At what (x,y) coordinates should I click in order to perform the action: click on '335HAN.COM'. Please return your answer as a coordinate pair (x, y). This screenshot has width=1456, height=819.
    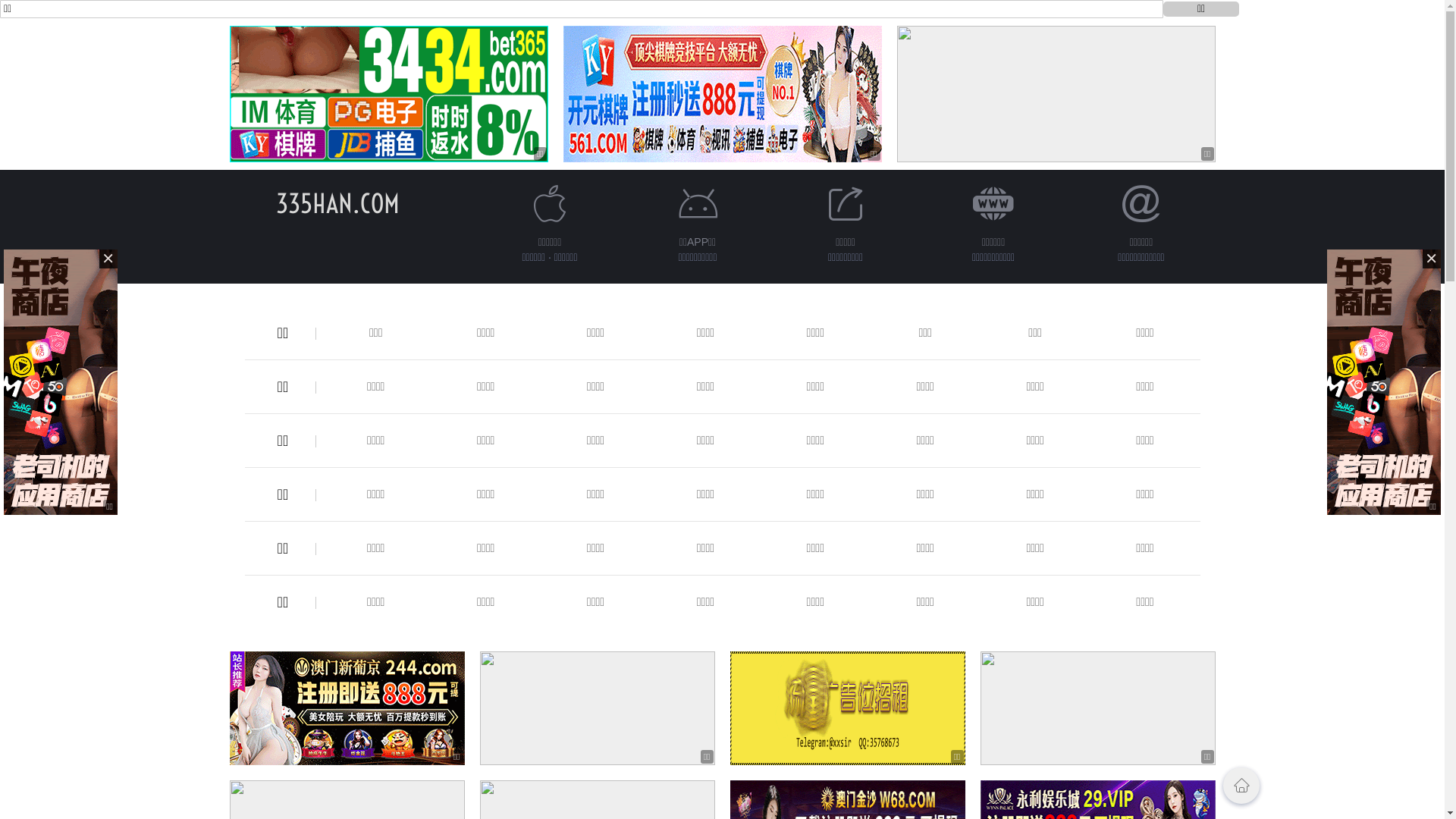
    Looking at the image, I should click on (337, 202).